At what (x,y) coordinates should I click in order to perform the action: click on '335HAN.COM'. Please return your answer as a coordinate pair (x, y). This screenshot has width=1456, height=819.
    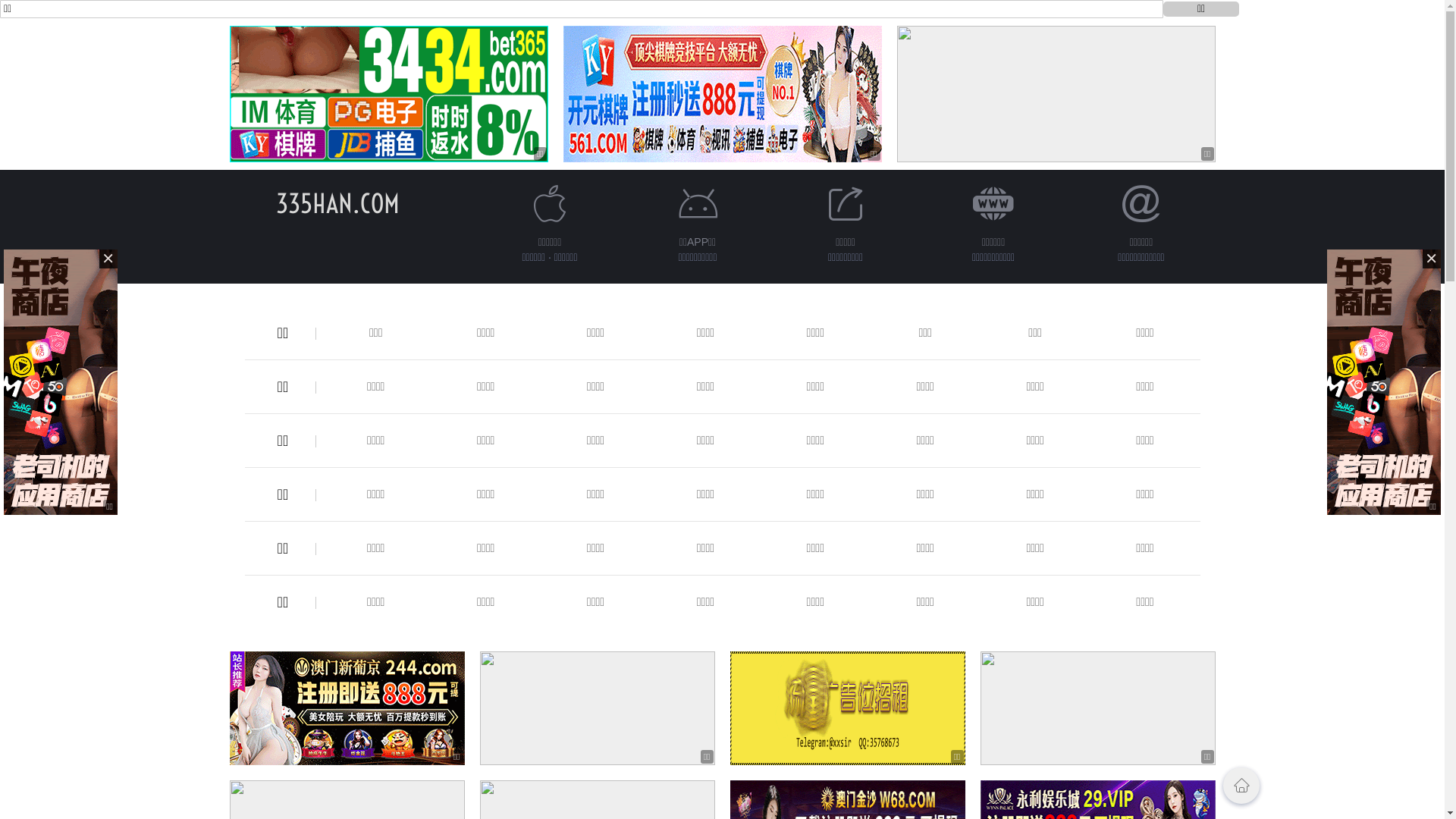
    Looking at the image, I should click on (337, 202).